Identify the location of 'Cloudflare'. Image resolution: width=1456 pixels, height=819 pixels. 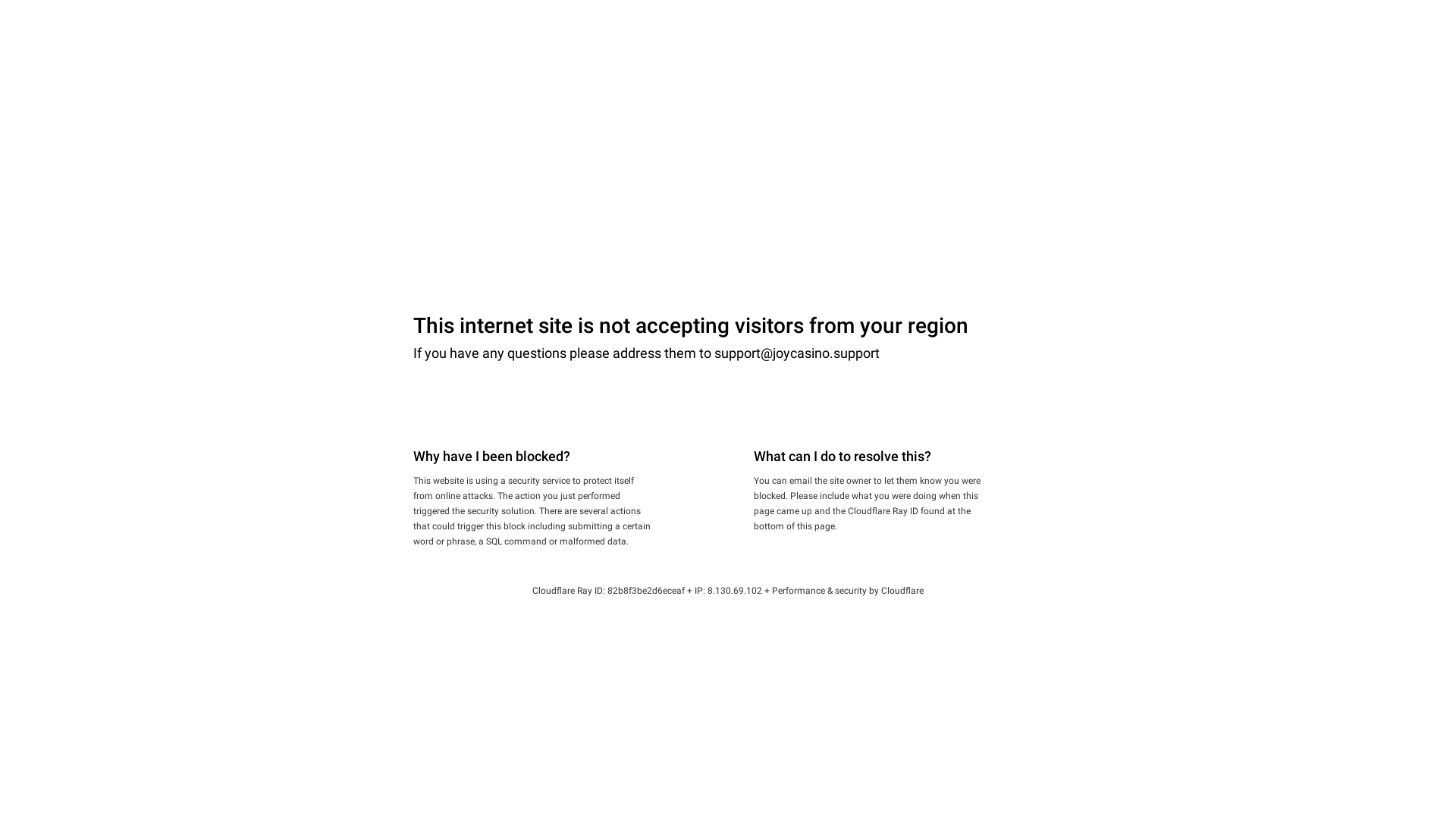
(880, 590).